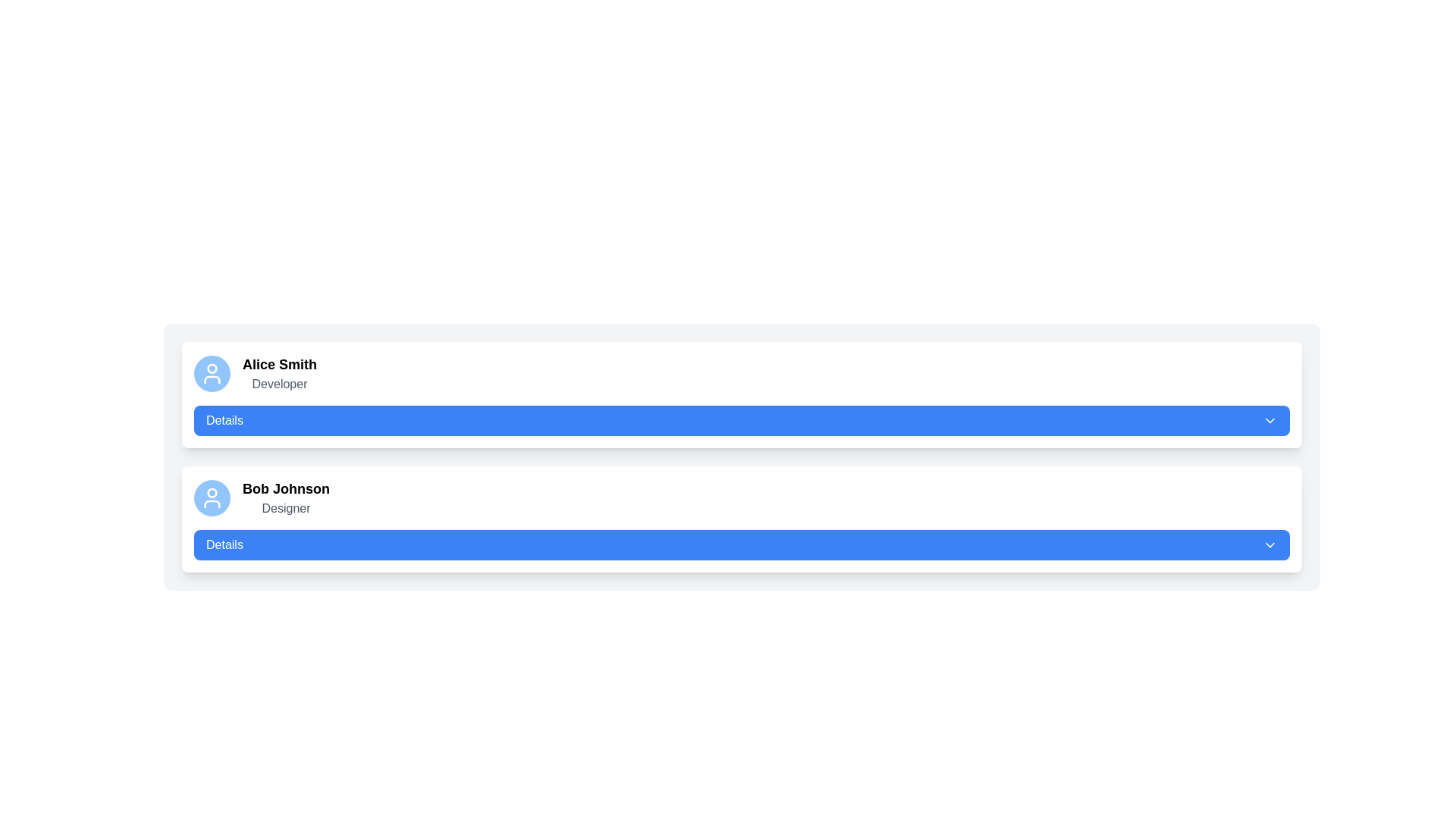 Image resolution: width=1456 pixels, height=819 pixels. I want to click on label content displaying the name of the person associated with the profile in the top-left part of the interface, within the first profile card, so click(280, 365).